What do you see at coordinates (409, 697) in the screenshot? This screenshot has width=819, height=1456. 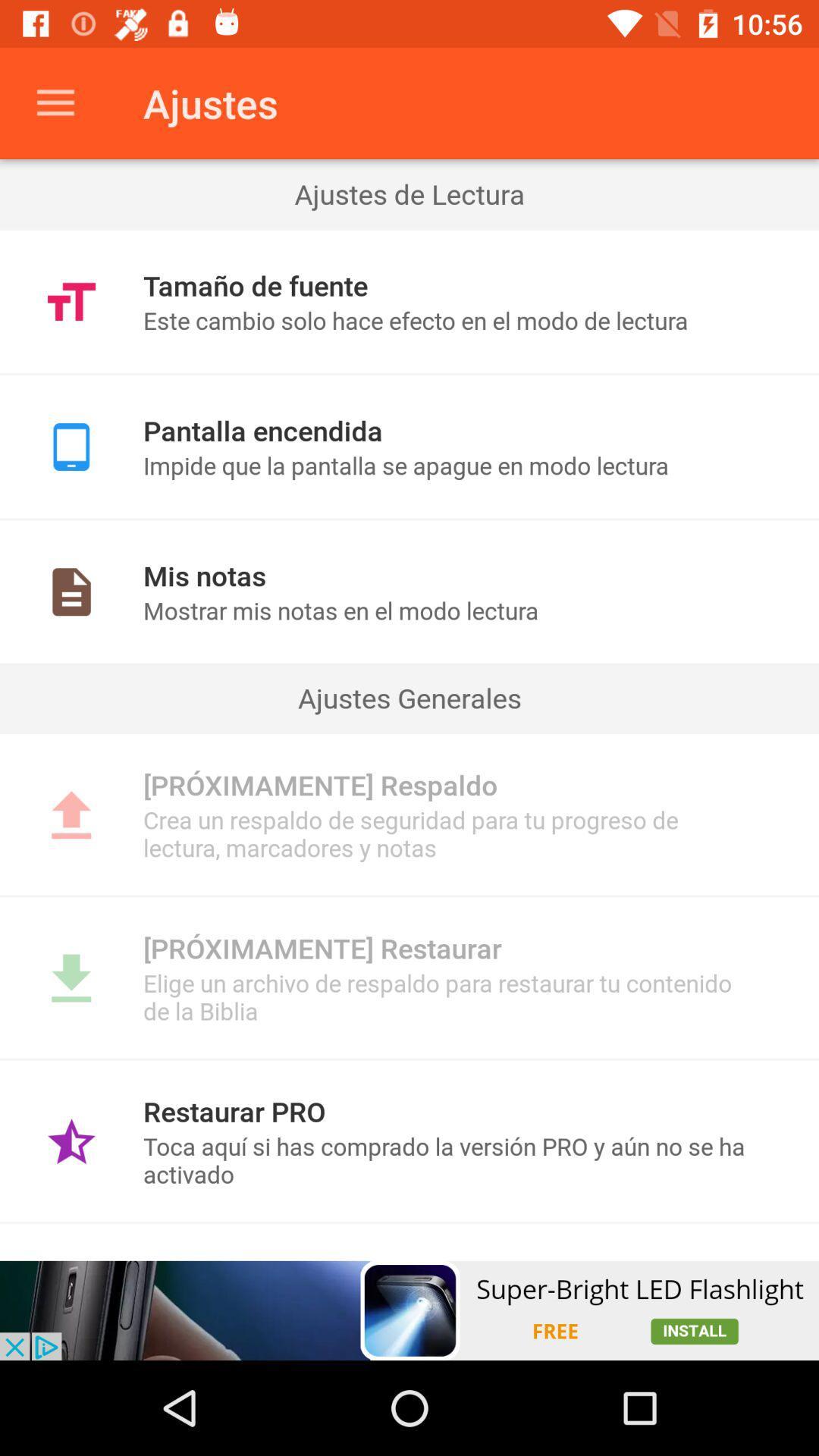 I see `the icon below mostrar mis notas` at bounding box center [409, 697].